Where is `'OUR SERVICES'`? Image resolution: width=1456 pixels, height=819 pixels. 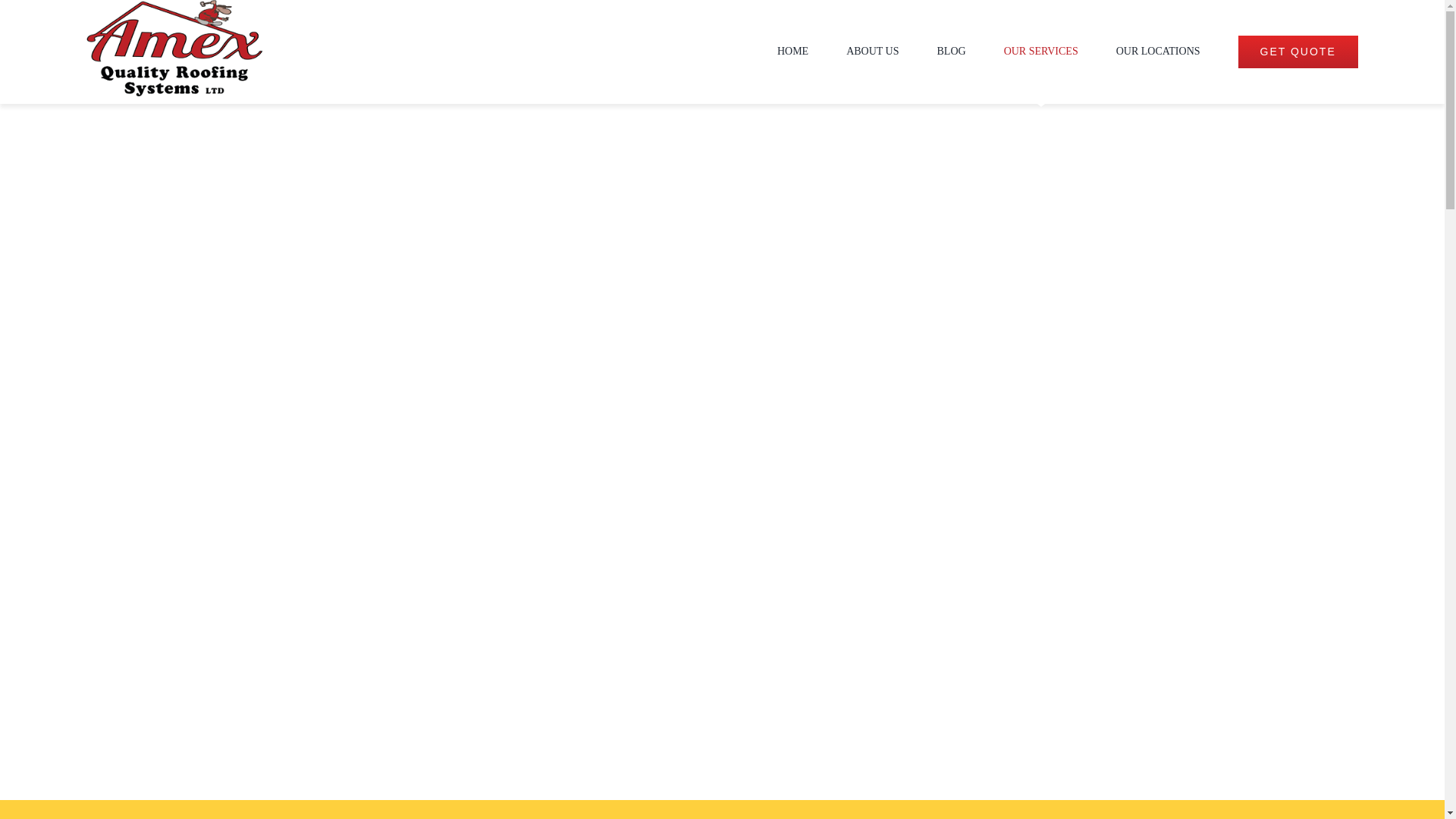
'OUR SERVICES' is located at coordinates (1040, 51).